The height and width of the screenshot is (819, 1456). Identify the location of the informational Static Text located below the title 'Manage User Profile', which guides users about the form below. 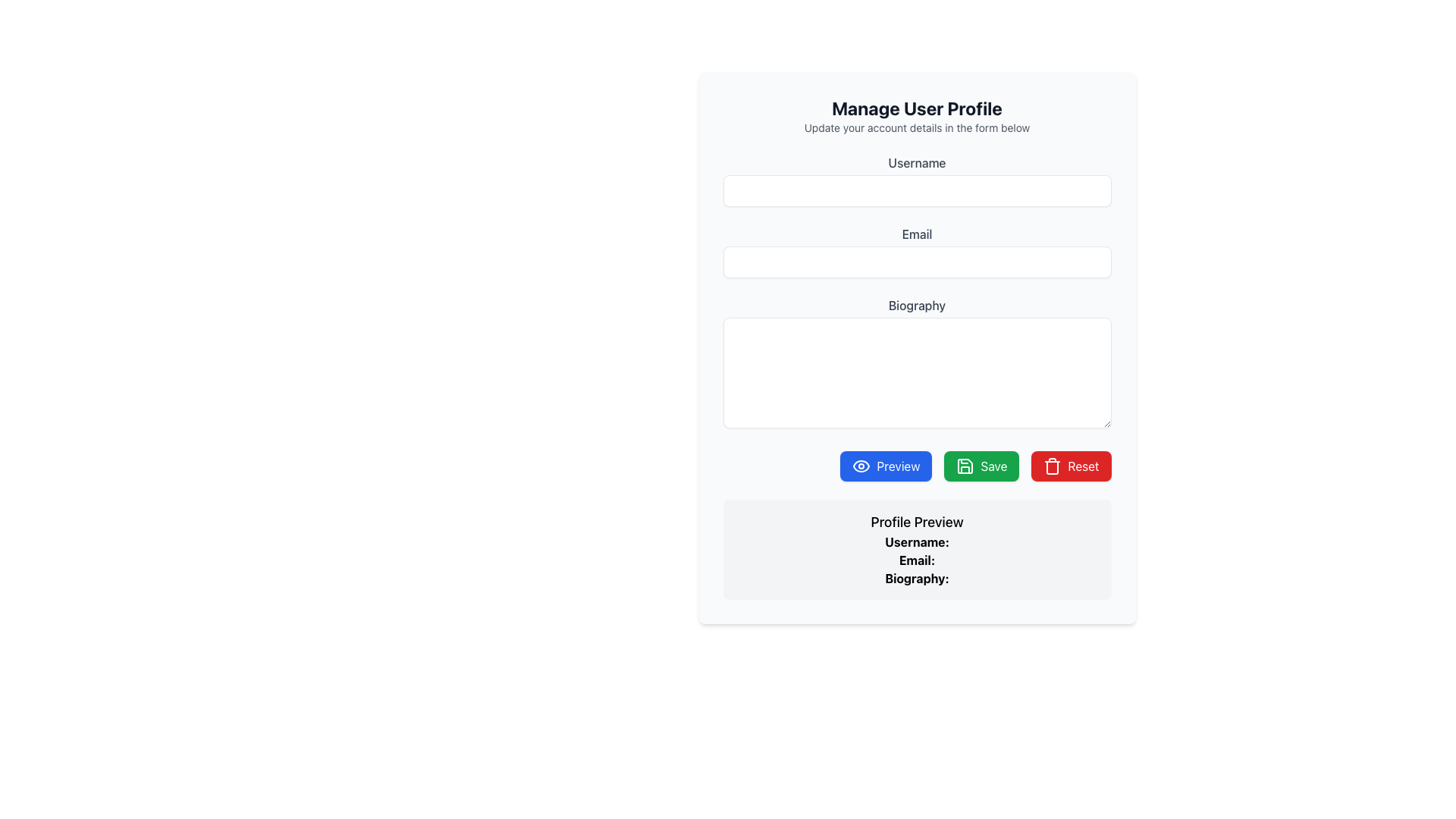
(916, 127).